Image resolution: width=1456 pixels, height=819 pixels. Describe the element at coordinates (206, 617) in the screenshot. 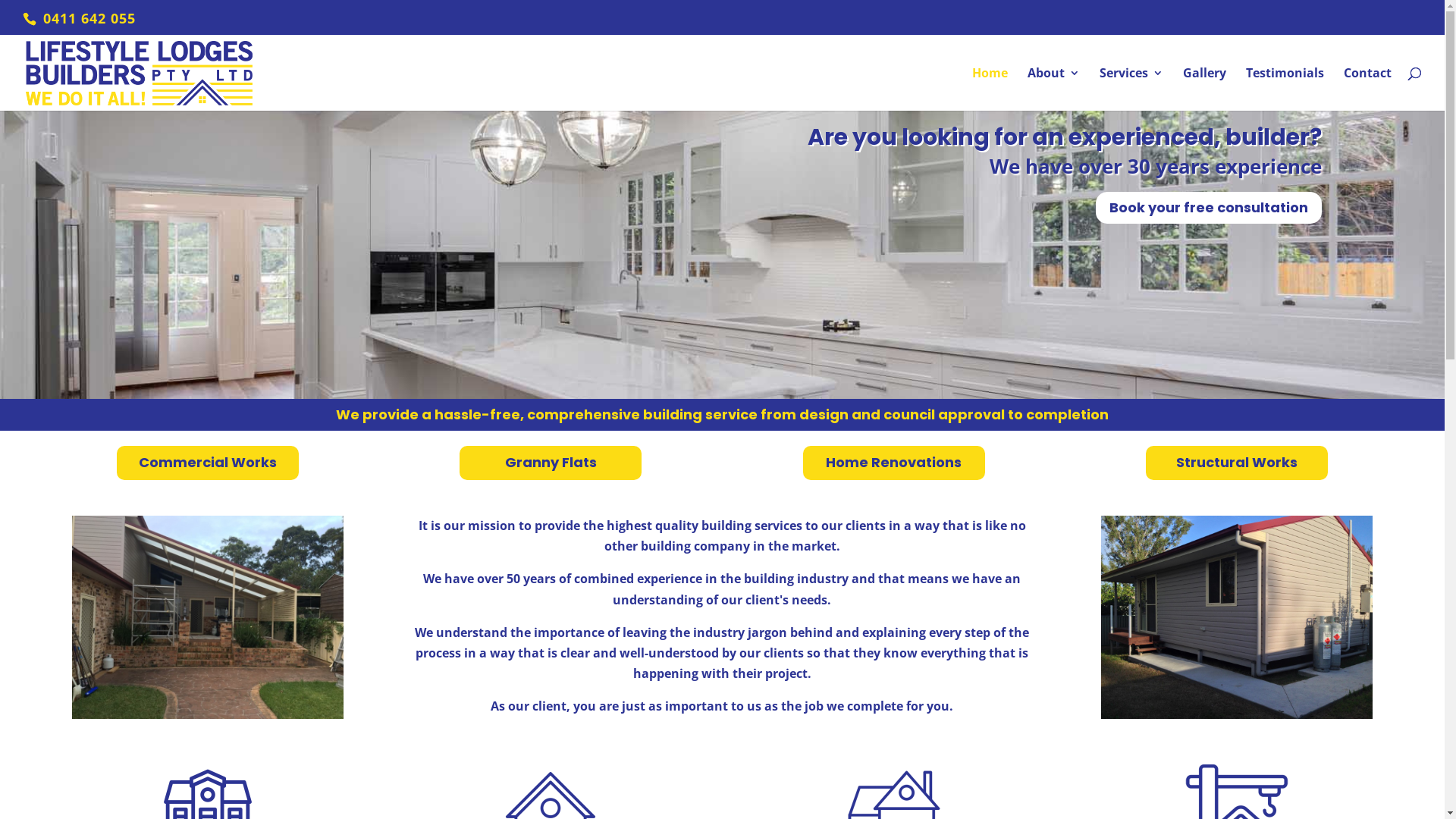

I see `'D3-768x576'` at that location.